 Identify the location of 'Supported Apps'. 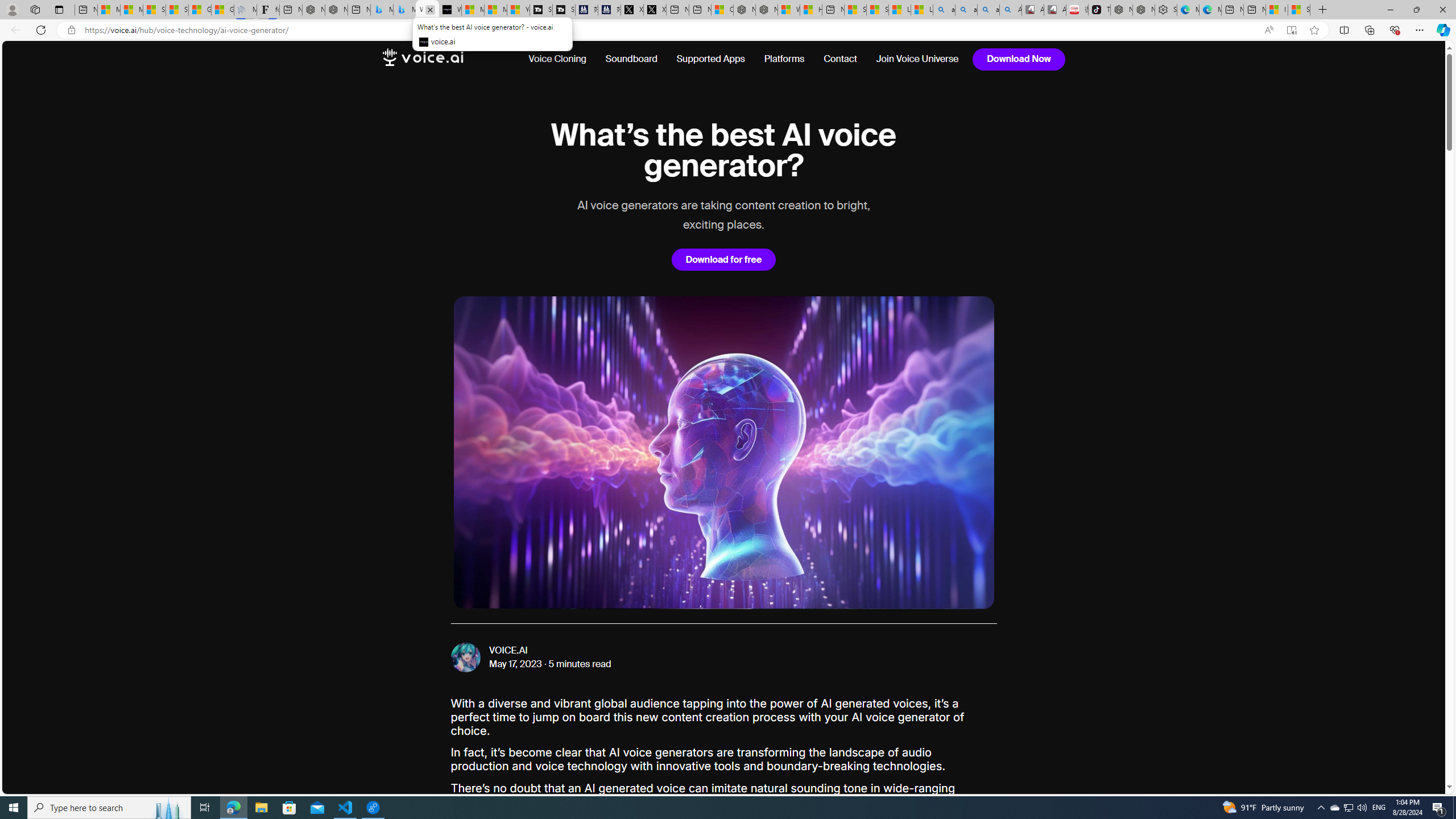
(710, 59).